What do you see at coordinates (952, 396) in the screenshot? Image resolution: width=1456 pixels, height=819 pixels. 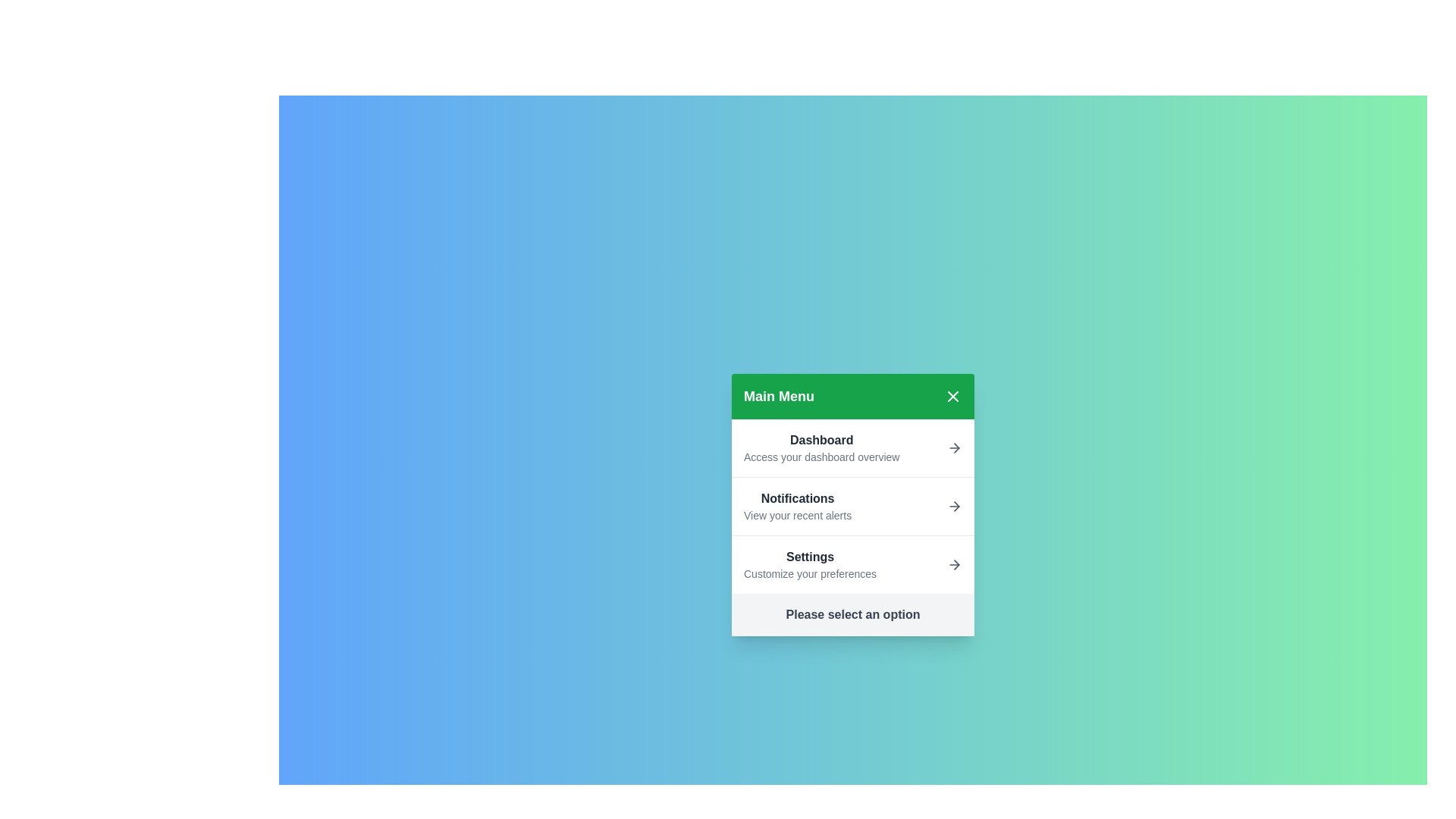 I see `toggle button to open or close the menu` at bounding box center [952, 396].